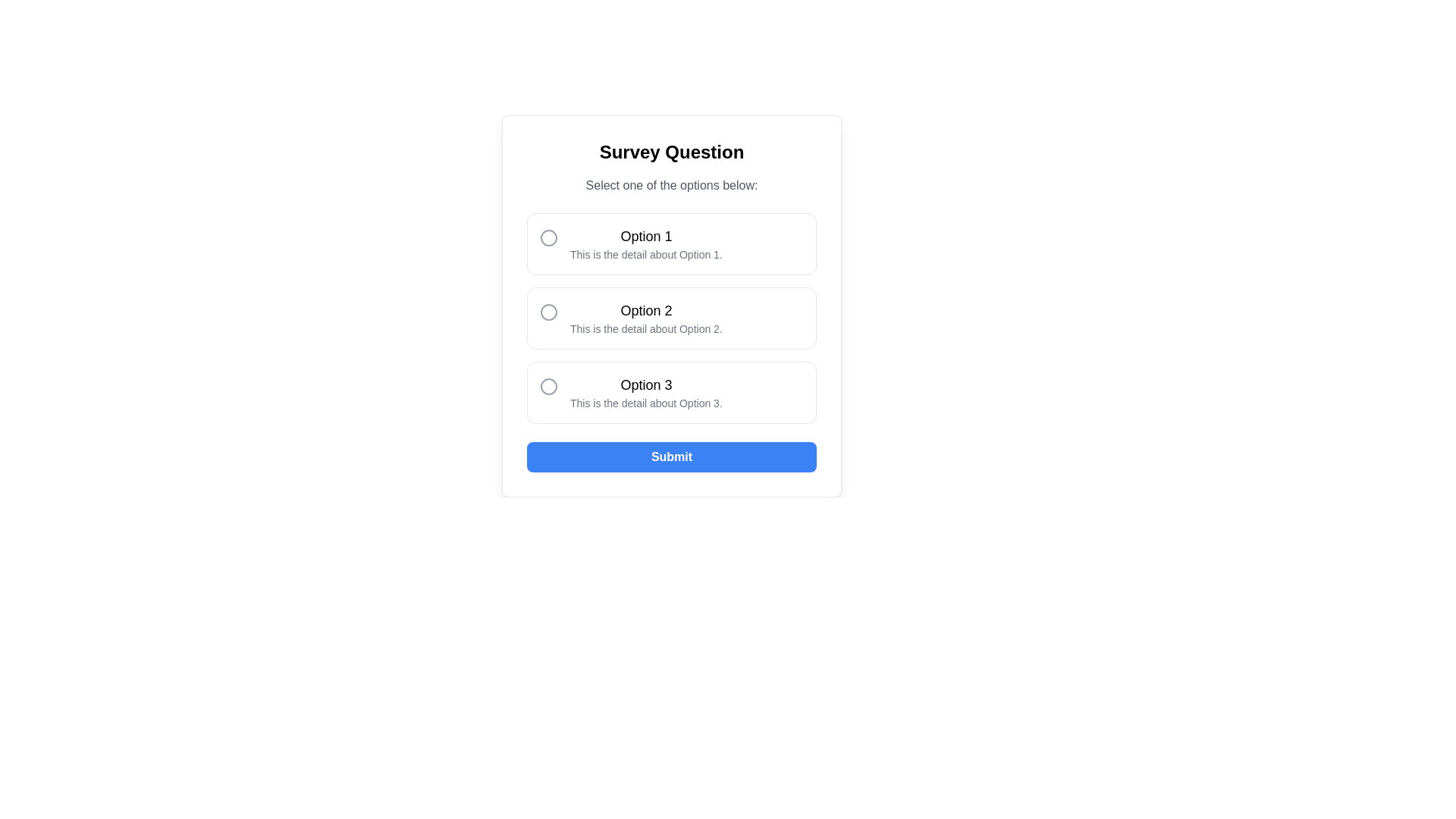  Describe the element at coordinates (646, 309) in the screenshot. I see `the title of the second option in the survey, which helps users identify and select this option by its descriptive label` at that location.